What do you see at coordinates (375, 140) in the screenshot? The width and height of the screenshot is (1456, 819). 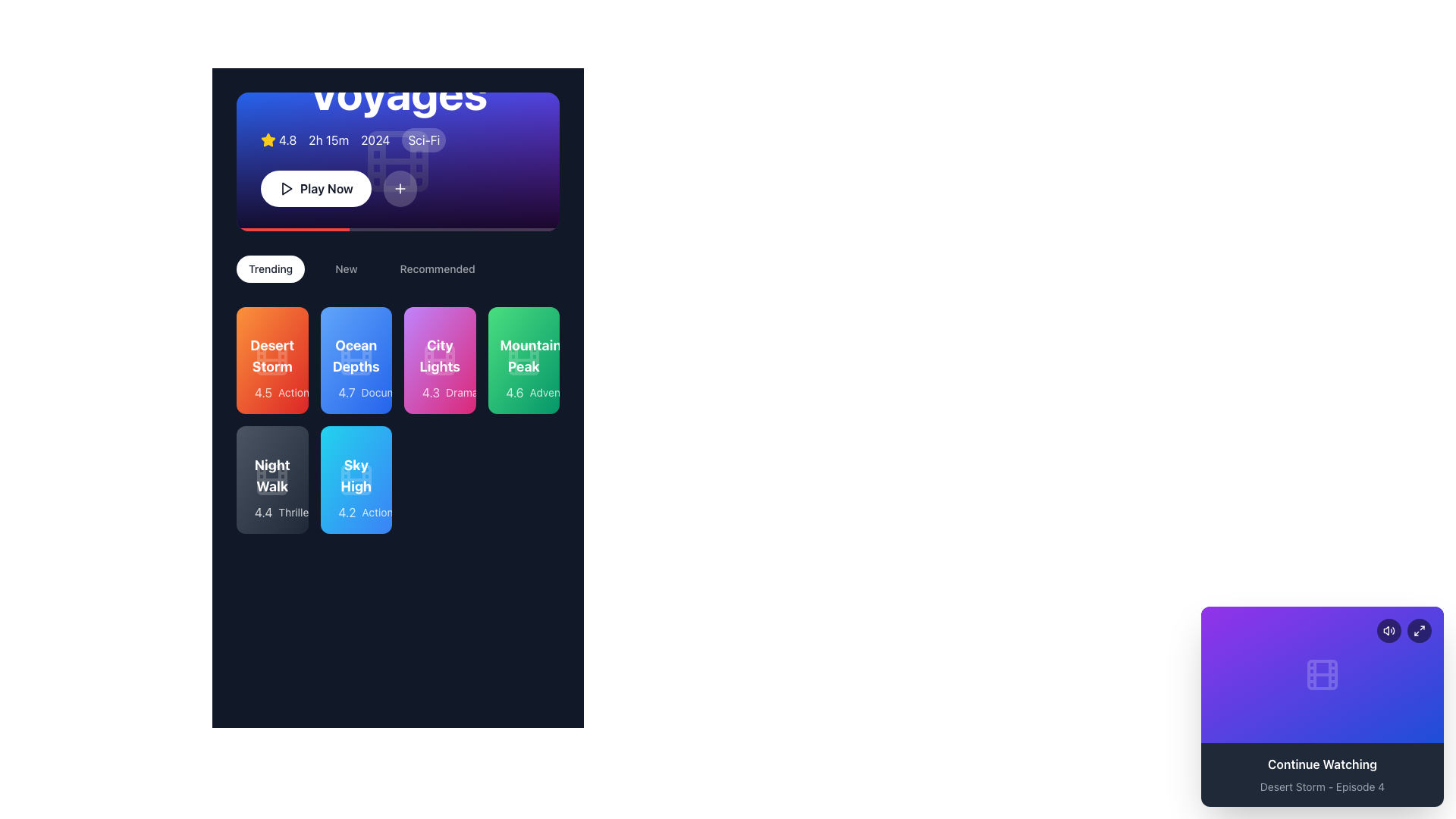 I see `the text displaying the release year '2024', which is positioned between the duration text '2h 15m' and the genre descriptor 'Sci-Fi' below the main title banner` at bounding box center [375, 140].